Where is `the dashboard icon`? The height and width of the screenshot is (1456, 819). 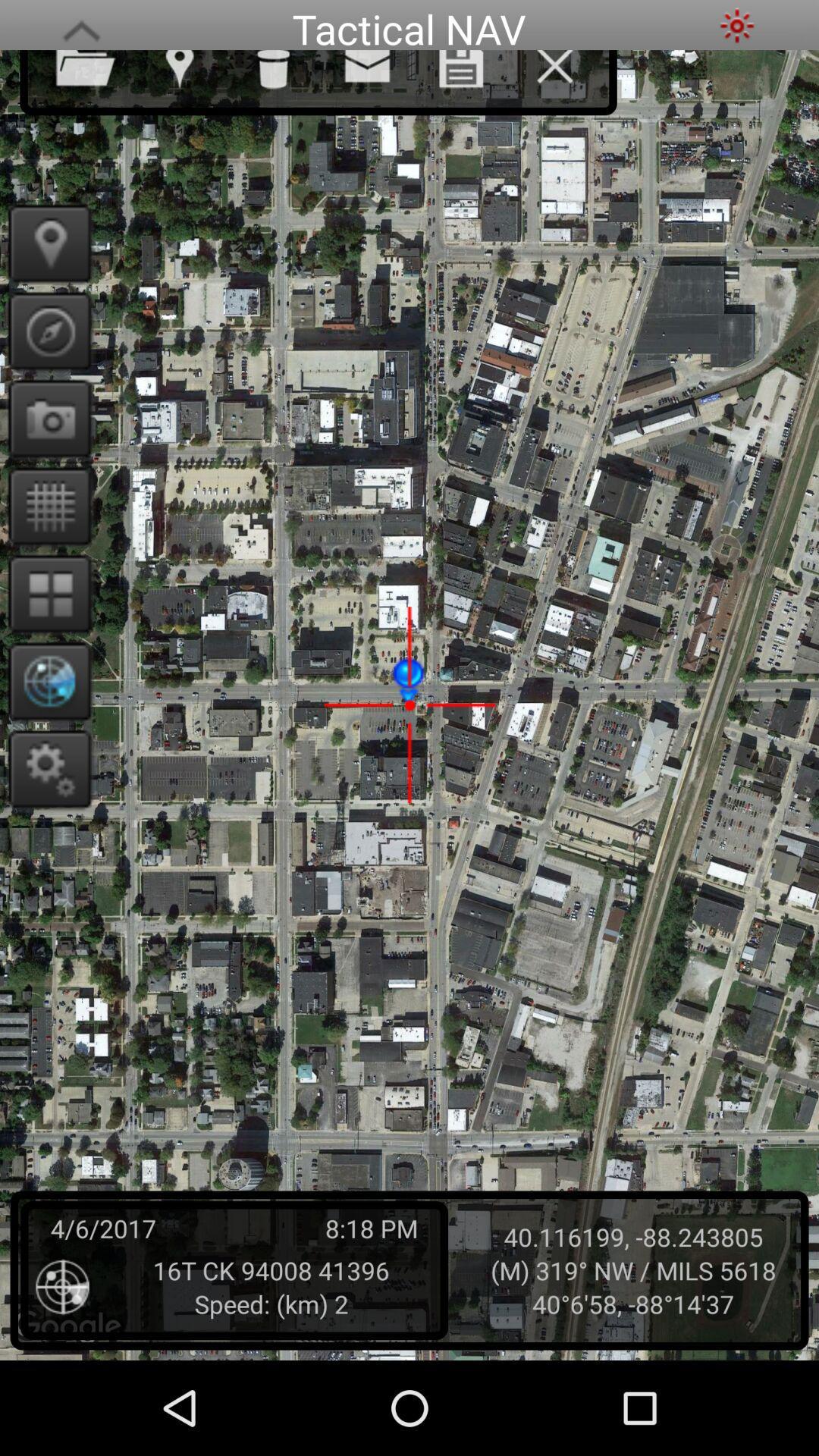 the dashboard icon is located at coordinates (44, 635).